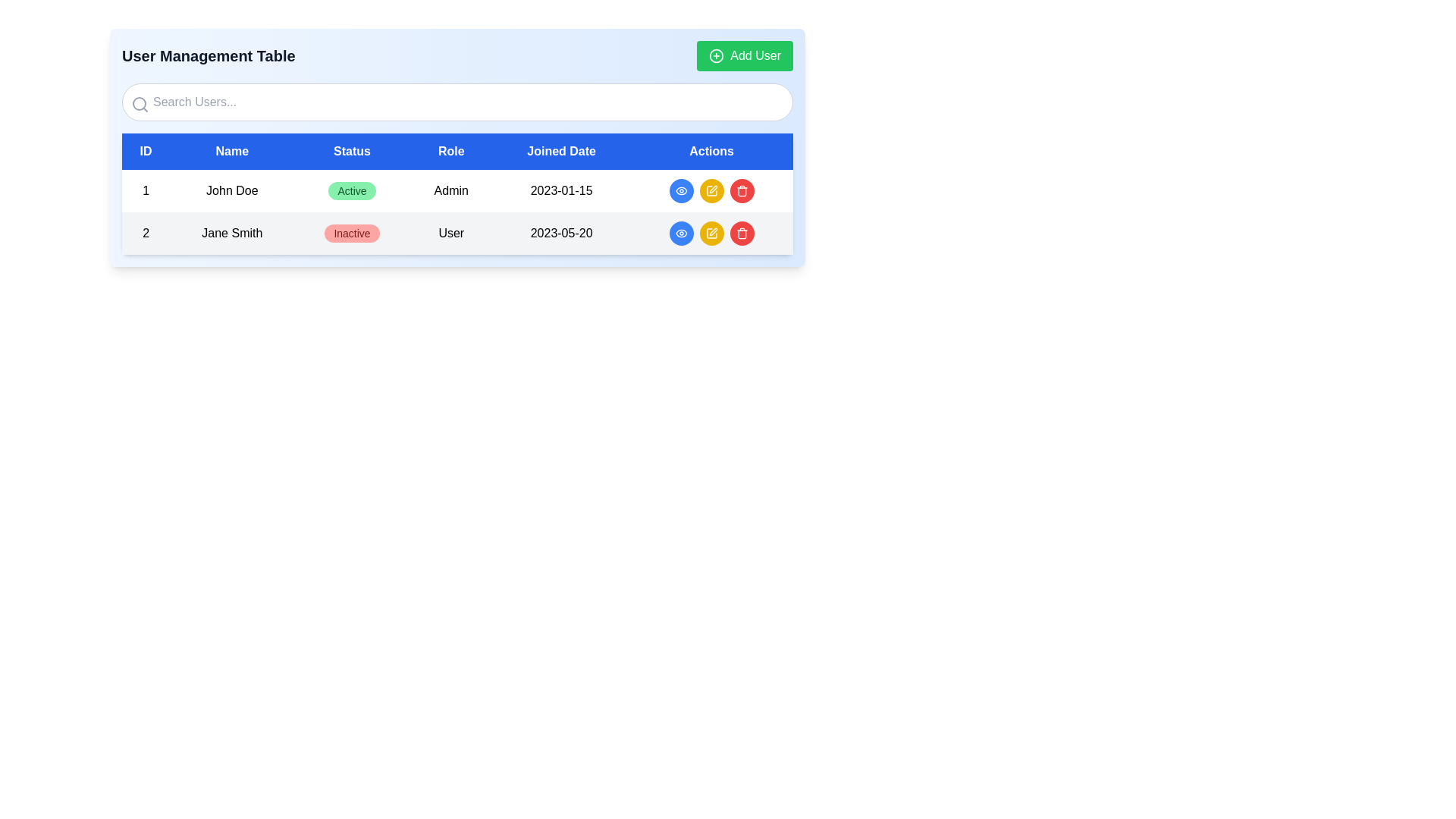 This screenshot has width=1456, height=819. Describe the element at coordinates (680, 190) in the screenshot. I see `the circular blue button with a white eye icon in the first row of the Actions column in the user management table` at that location.